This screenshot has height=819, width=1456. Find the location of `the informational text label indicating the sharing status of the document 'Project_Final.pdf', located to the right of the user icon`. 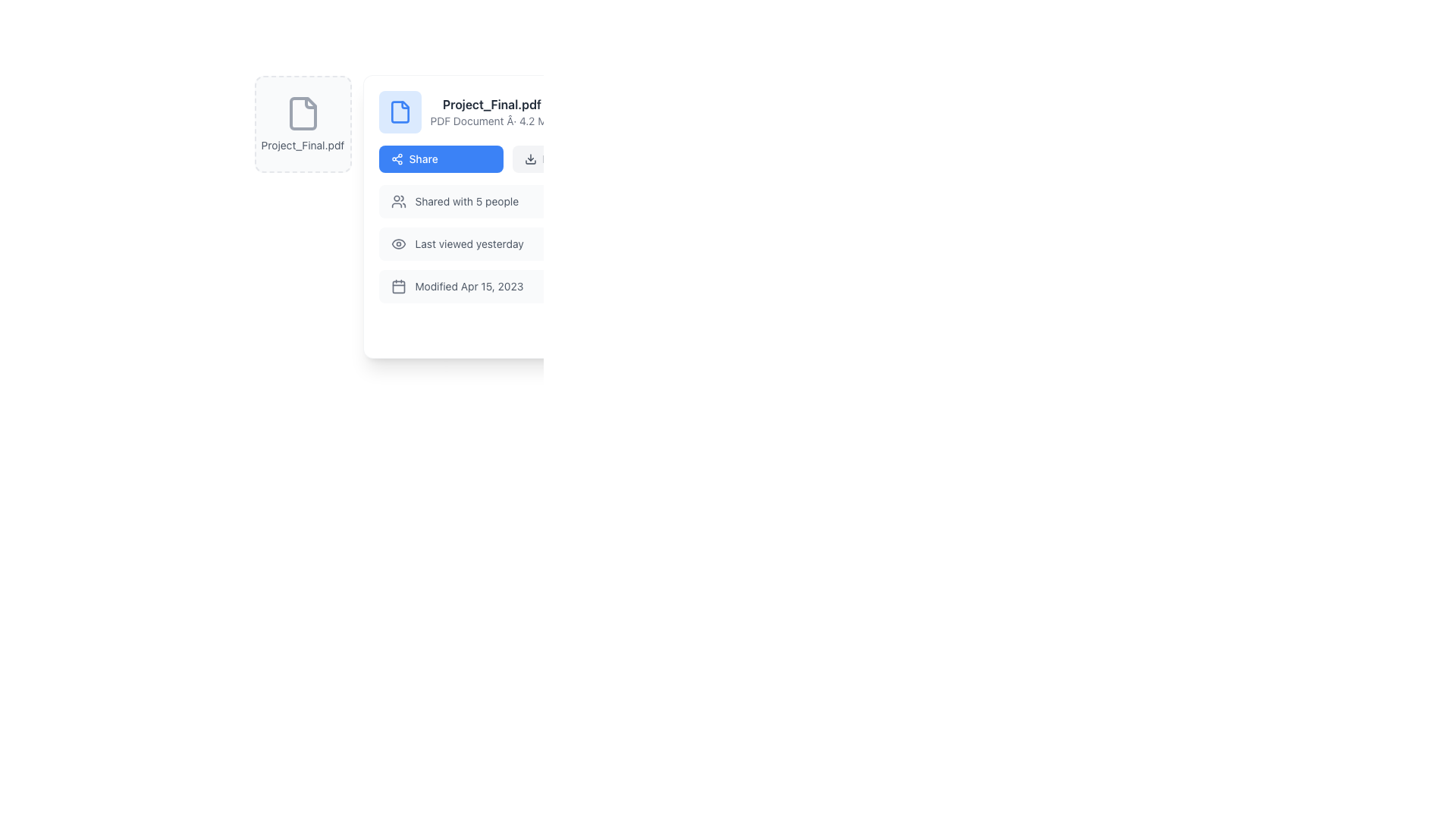

the informational text label indicating the sharing status of the document 'Project_Final.pdf', located to the right of the user icon is located at coordinates (466, 201).